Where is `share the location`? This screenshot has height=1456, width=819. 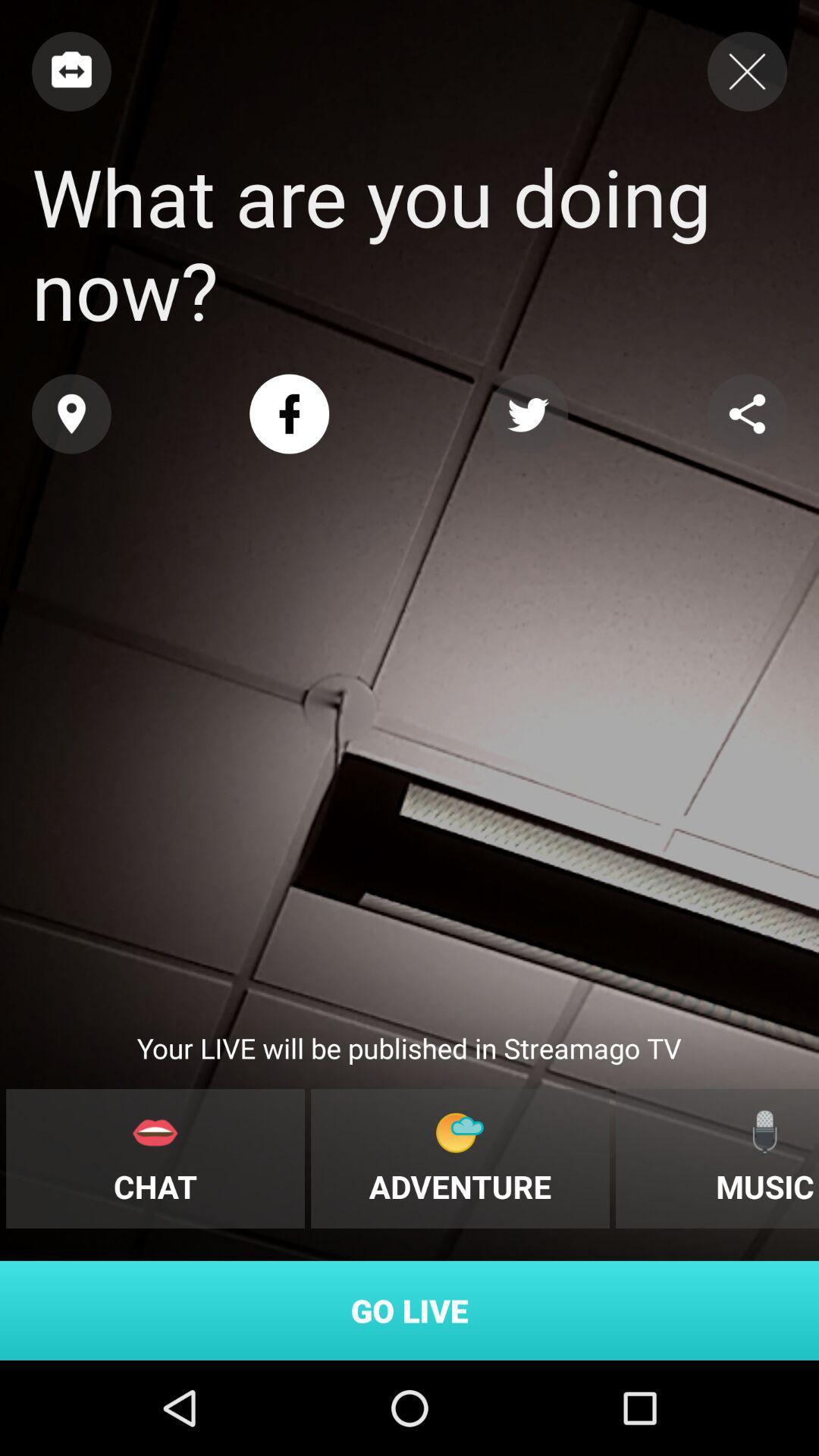
share the location is located at coordinates (71, 414).